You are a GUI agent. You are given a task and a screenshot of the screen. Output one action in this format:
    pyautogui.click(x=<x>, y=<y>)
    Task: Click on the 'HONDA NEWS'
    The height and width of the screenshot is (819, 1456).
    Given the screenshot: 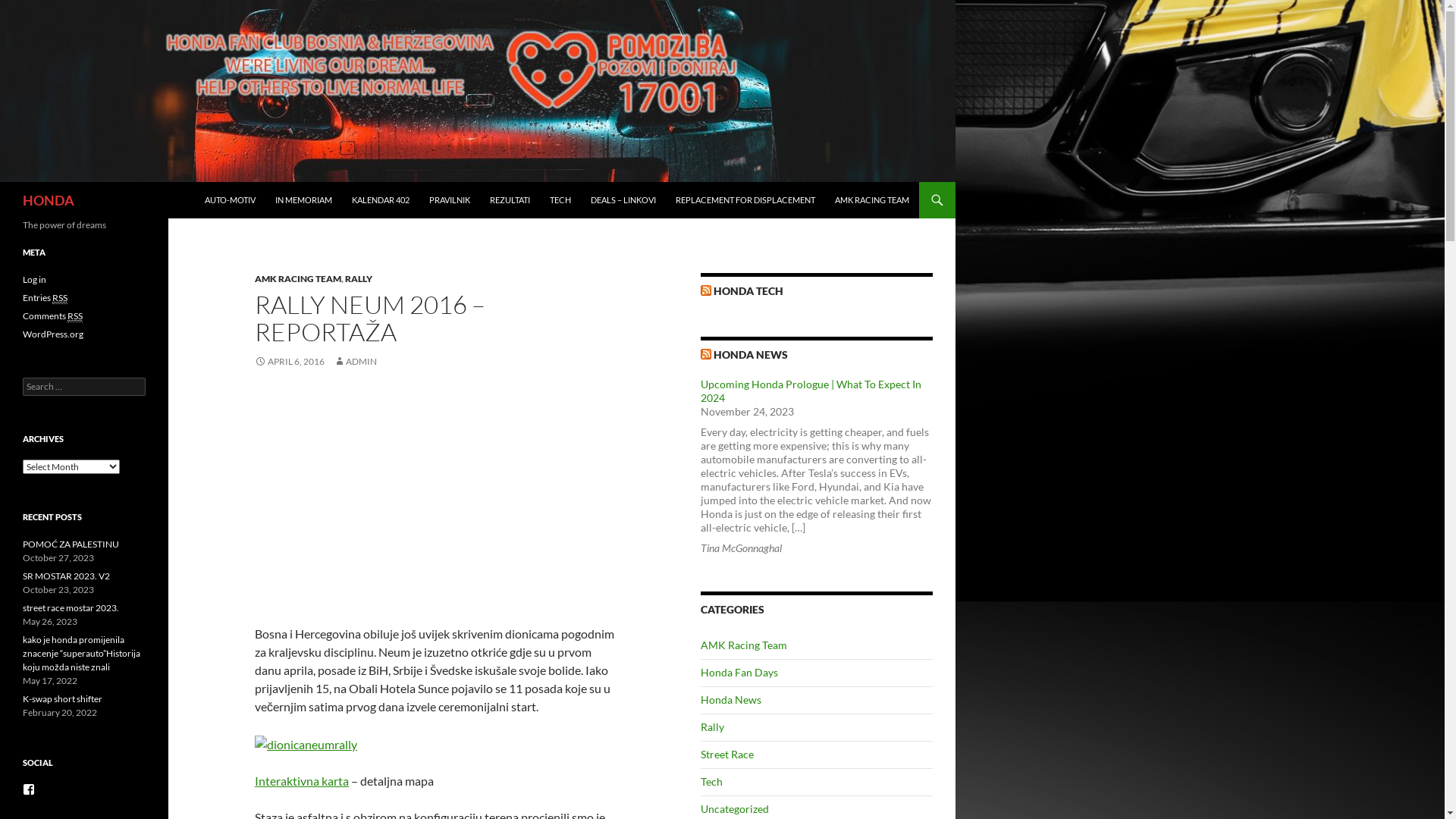 What is the action you would take?
    pyautogui.click(x=712, y=354)
    